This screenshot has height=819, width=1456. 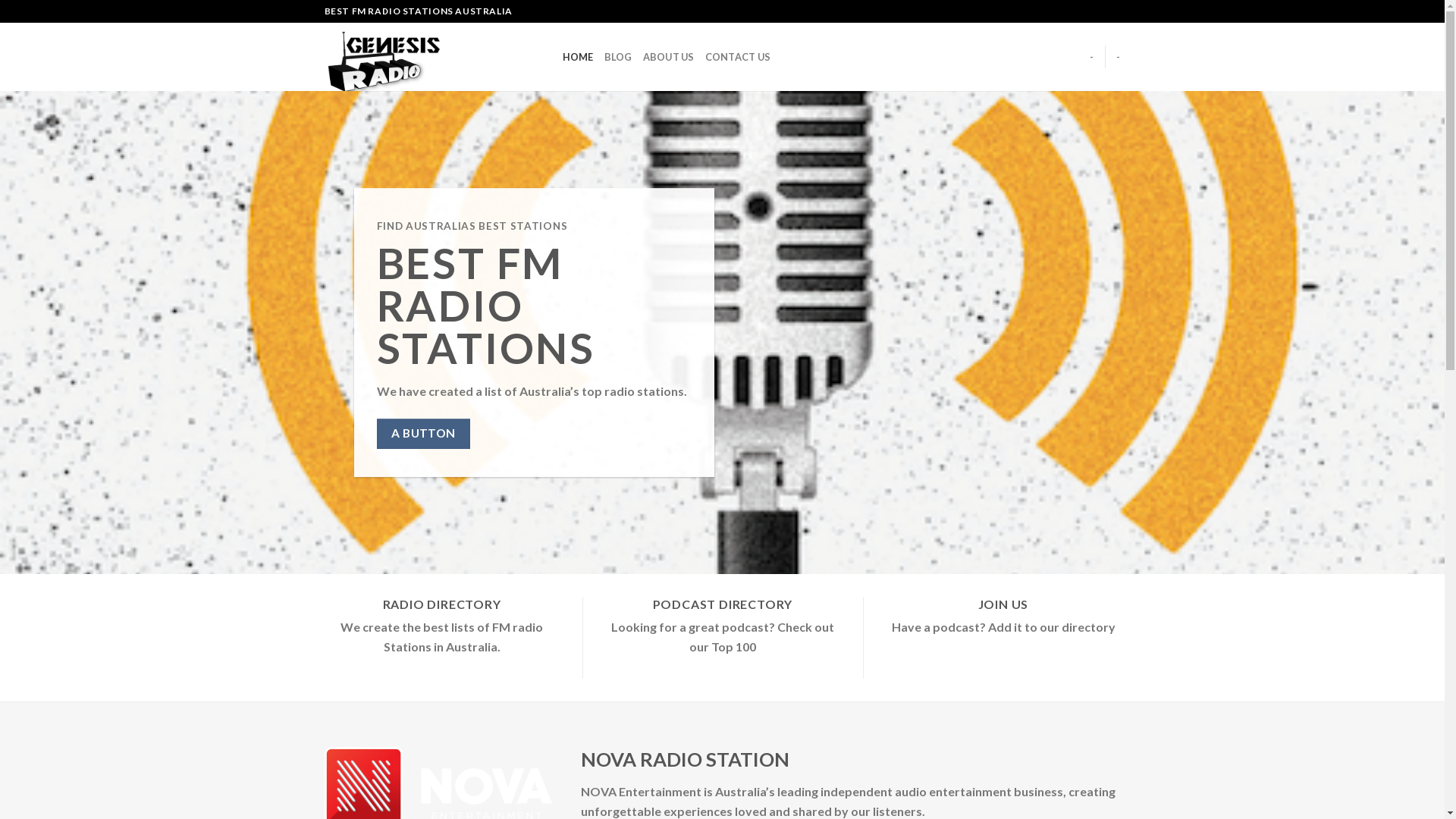 What do you see at coordinates (603, 55) in the screenshot?
I see `'BLOG'` at bounding box center [603, 55].